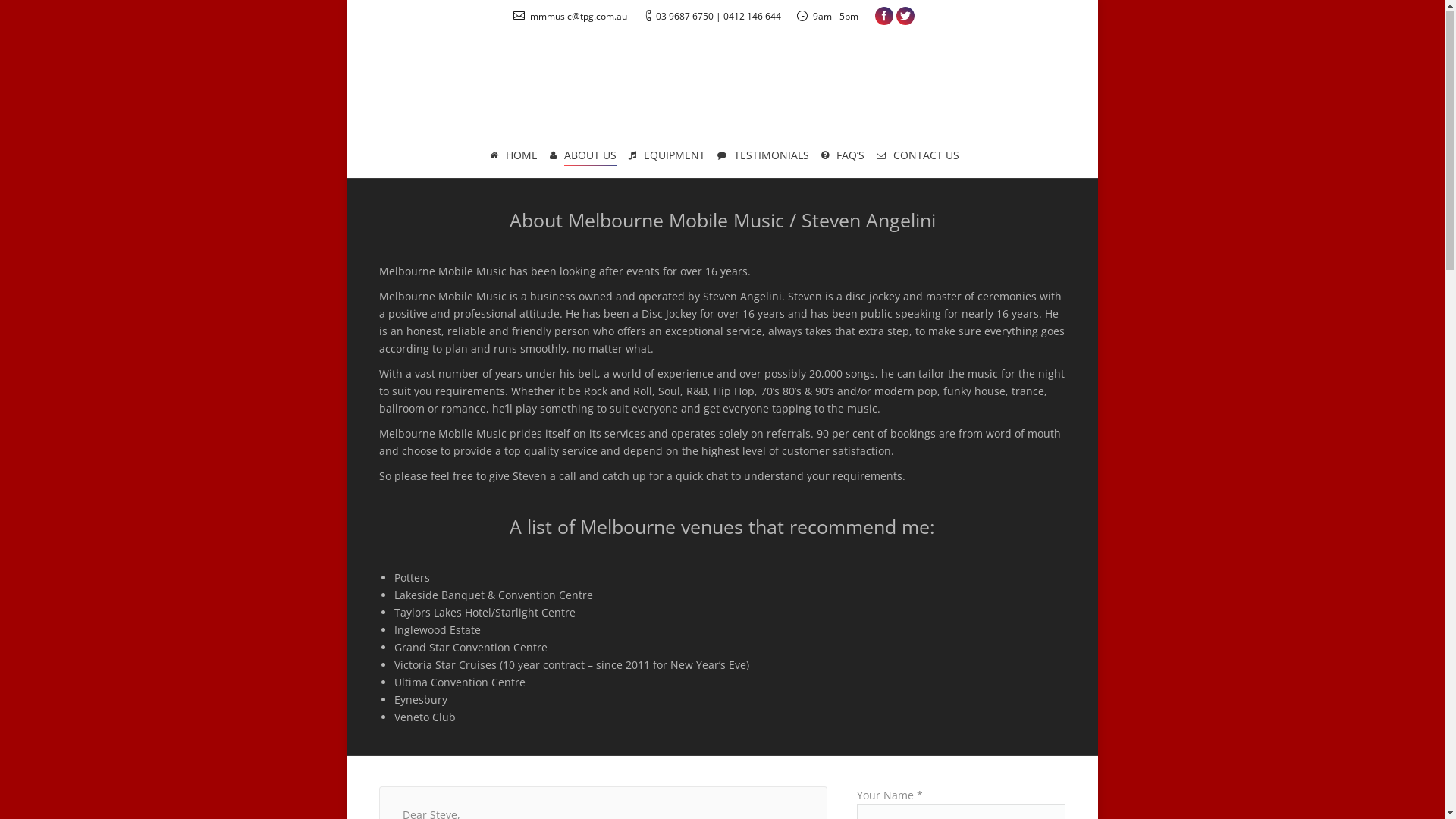 The image size is (1456, 819). I want to click on 'Facebook', so click(874, 17).